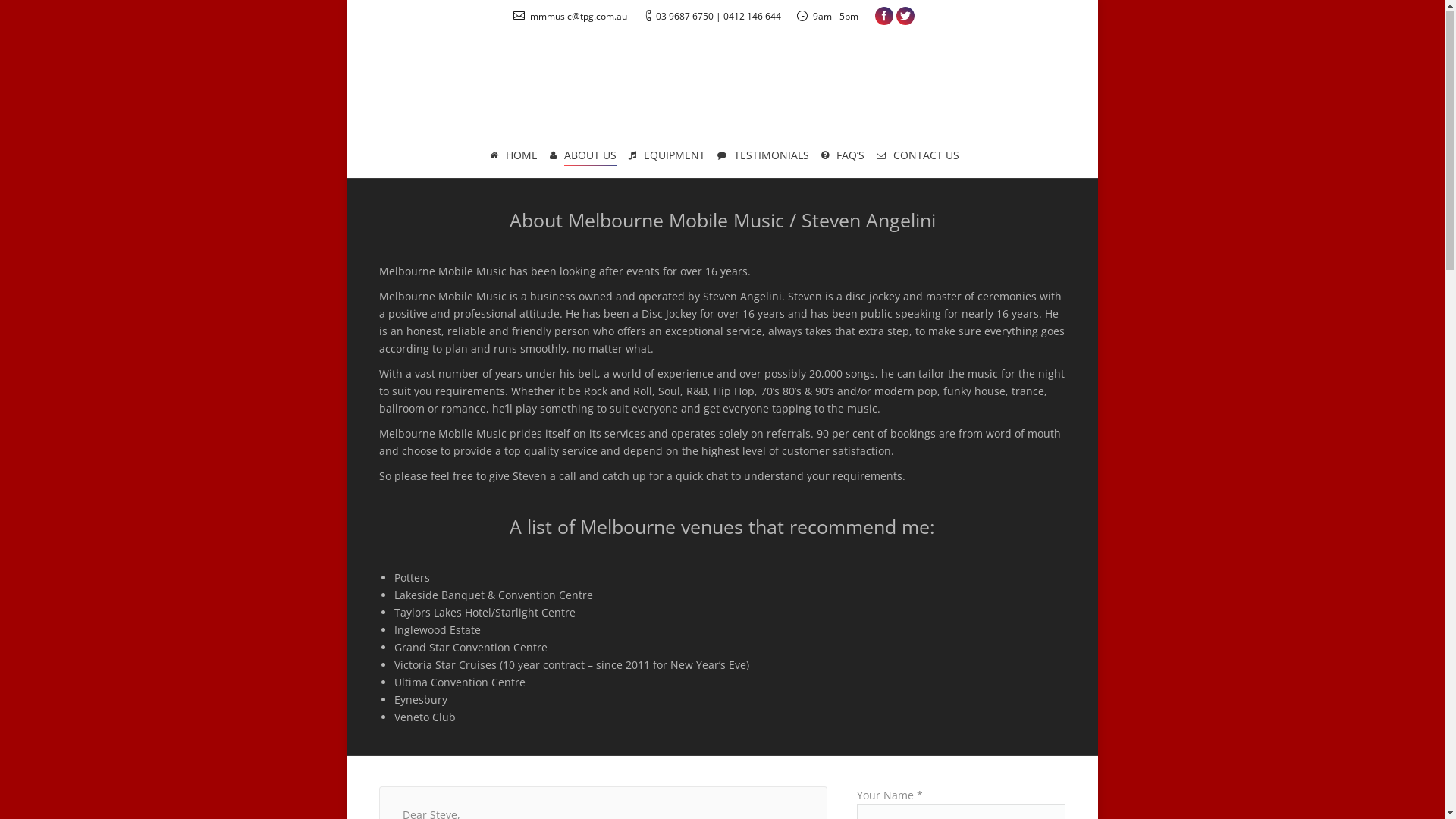 The image size is (1456, 819). I want to click on 'Facebook', so click(874, 17).